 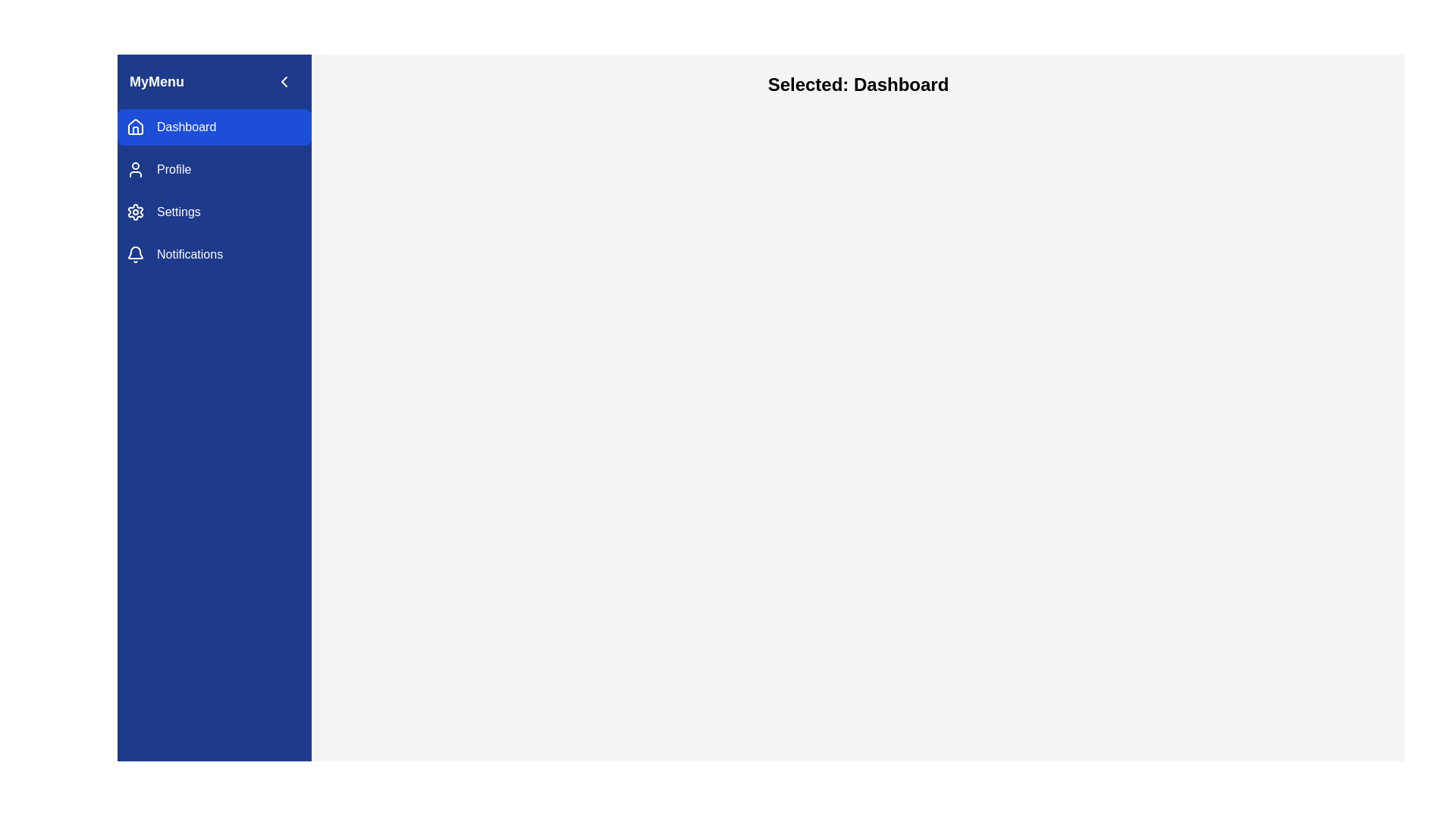 I want to click on the gear-shaped icon in the blue sidebar menu, so click(x=135, y=212).